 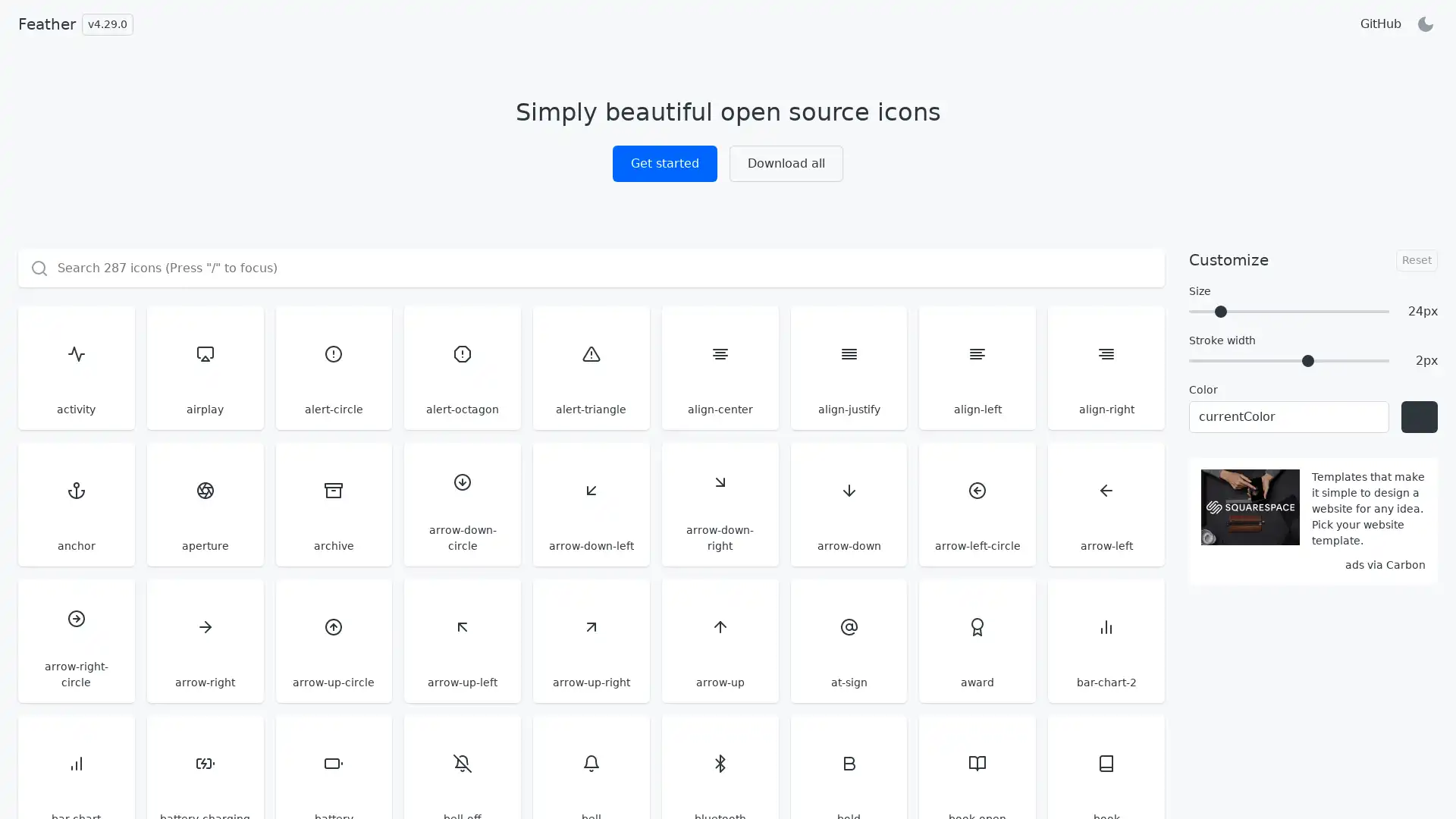 What do you see at coordinates (75, 368) in the screenshot?
I see `activity` at bounding box center [75, 368].